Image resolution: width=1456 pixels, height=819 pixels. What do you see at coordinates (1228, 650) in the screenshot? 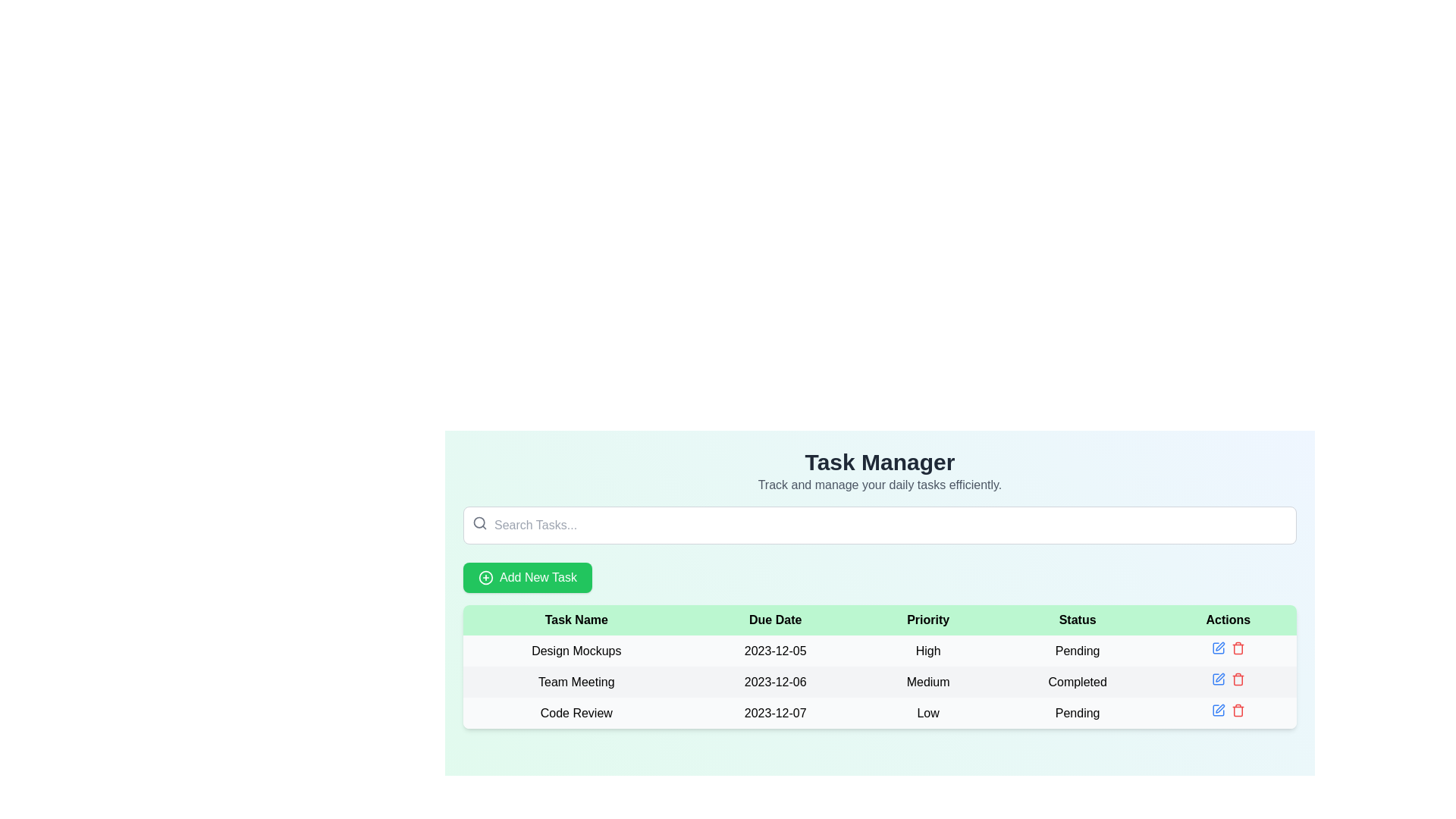
I see `the blue pencil icon in the 'Actions' column of the 'Design Mockups' row` at bounding box center [1228, 650].